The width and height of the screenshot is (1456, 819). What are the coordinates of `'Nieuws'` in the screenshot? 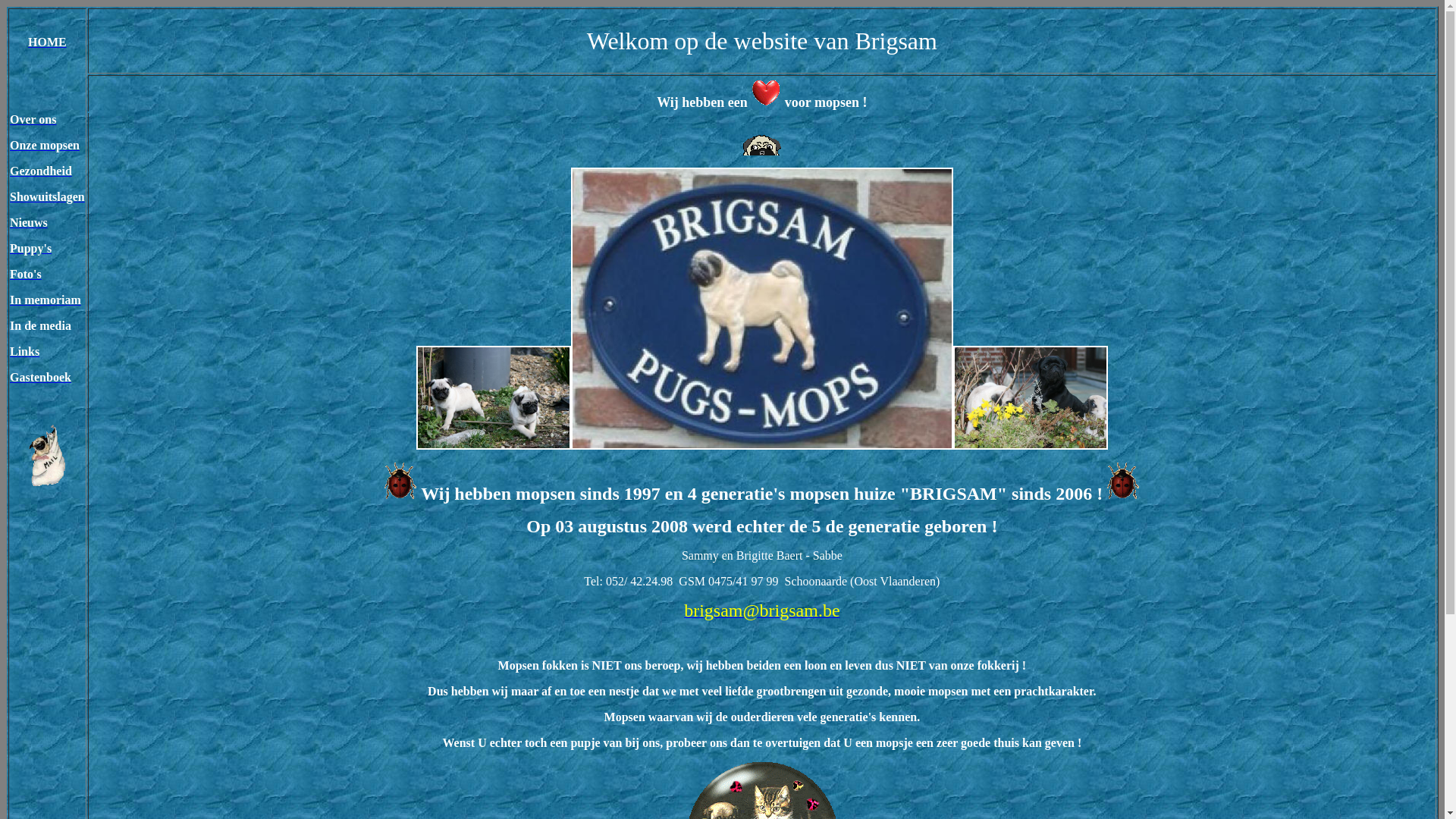 It's located at (29, 222).